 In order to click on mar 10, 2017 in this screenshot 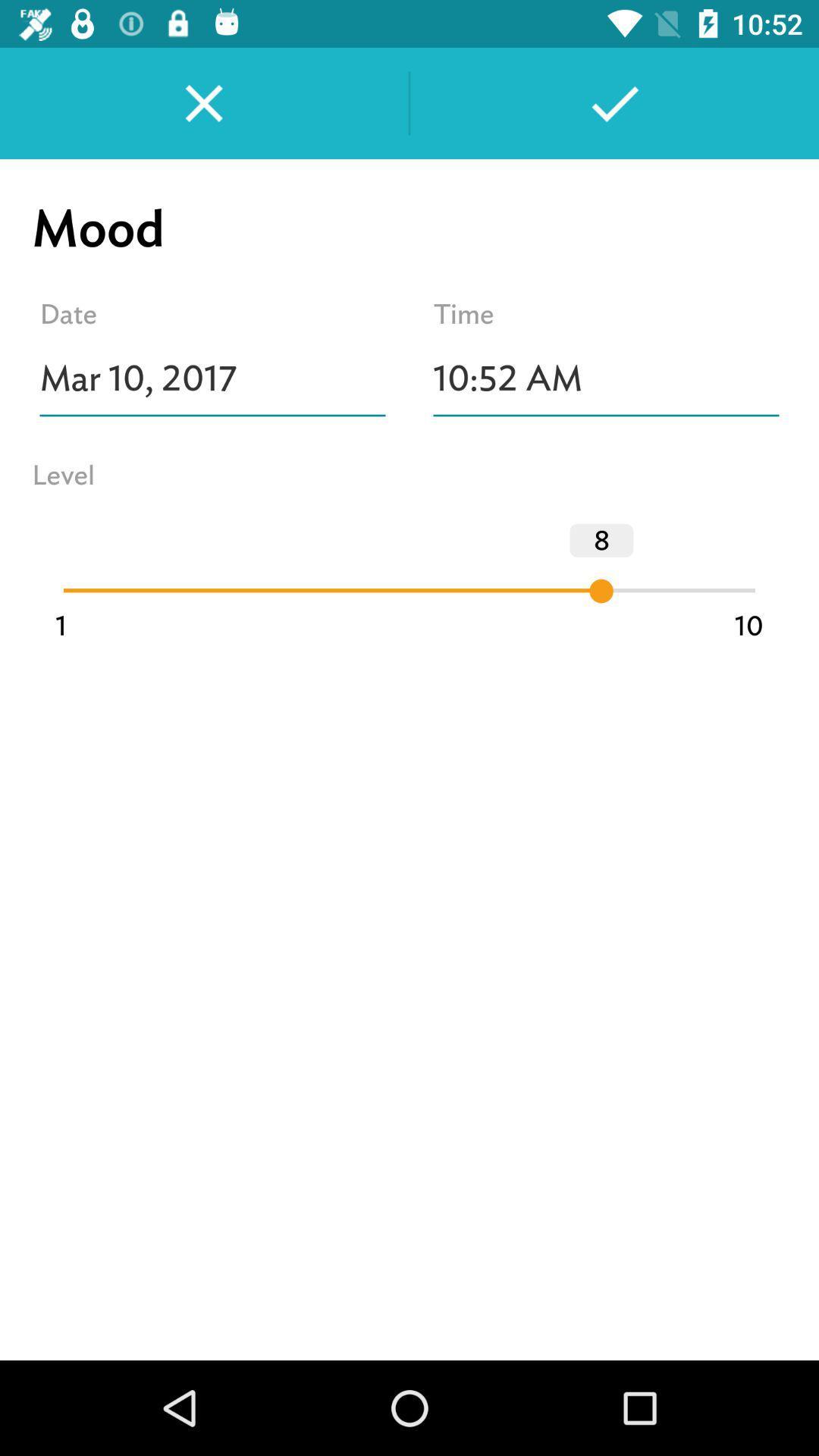, I will do `click(212, 378)`.